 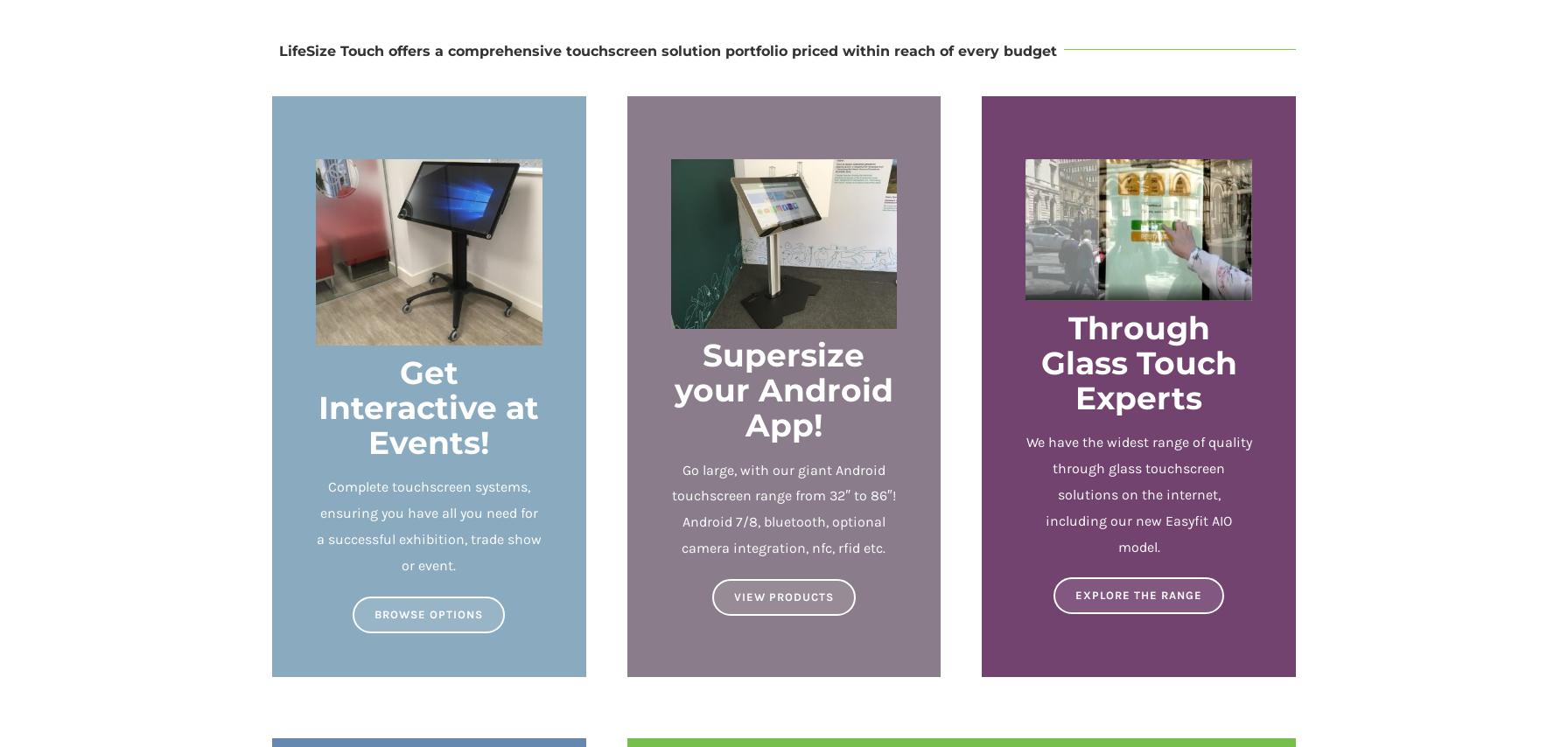 What do you see at coordinates (1039, 362) in the screenshot?
I see `'Through Glass Touch Experts'` at bounding box center [1039, 362].